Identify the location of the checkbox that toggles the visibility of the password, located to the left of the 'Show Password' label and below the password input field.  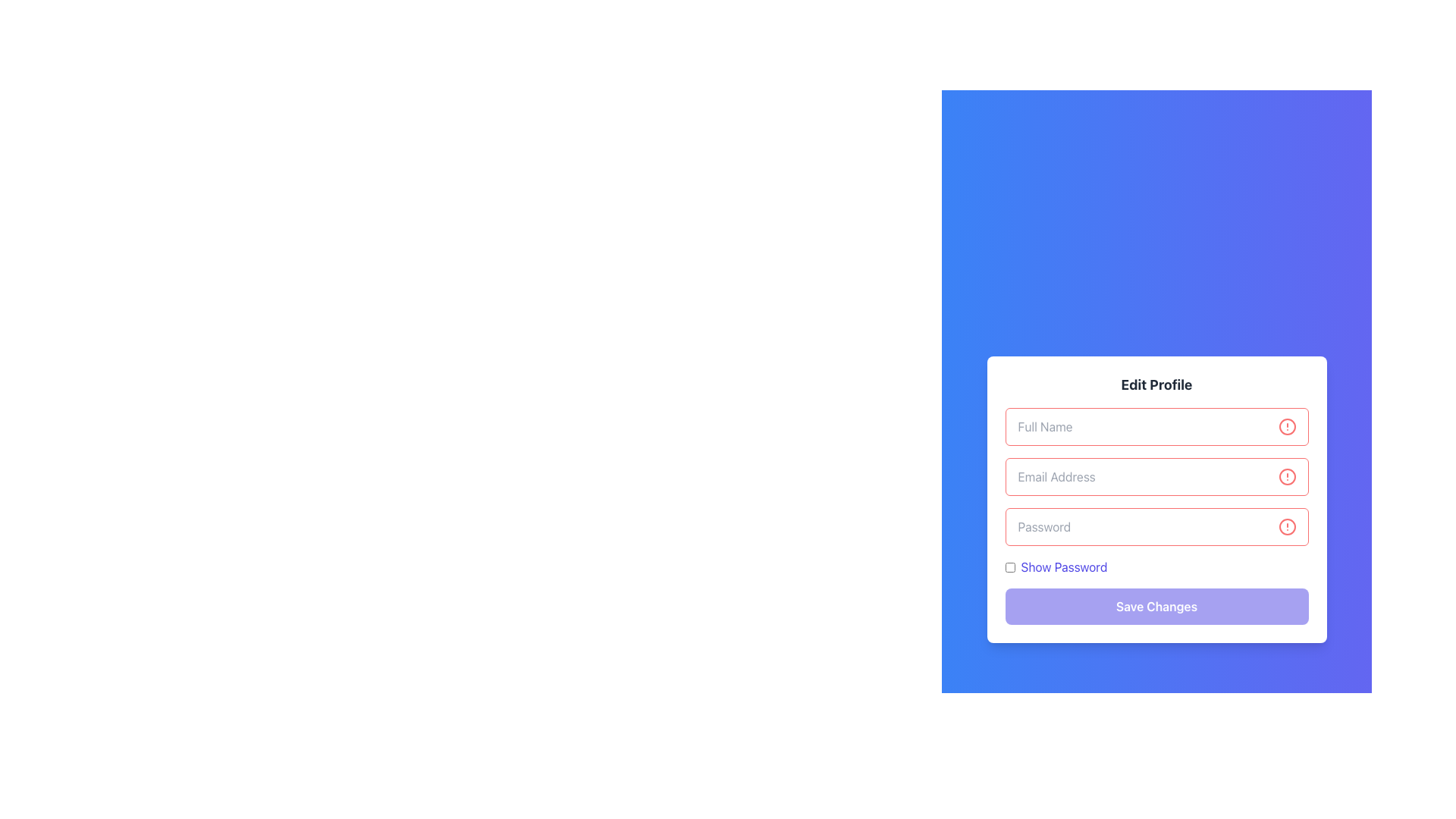
(1009, 567).